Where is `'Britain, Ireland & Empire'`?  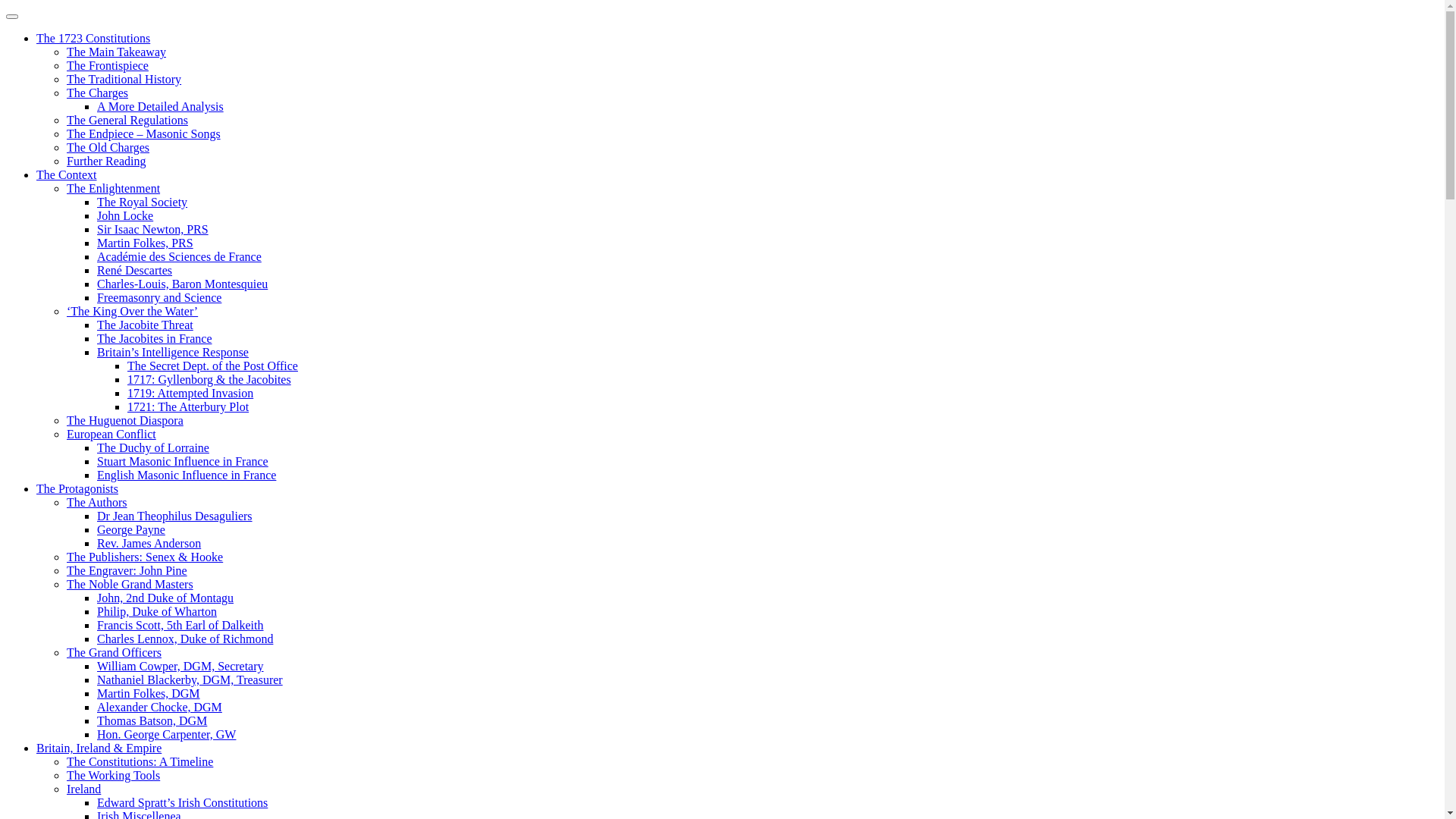
'Britain, Ireland & Empire' is located at coordinates (98, 747).